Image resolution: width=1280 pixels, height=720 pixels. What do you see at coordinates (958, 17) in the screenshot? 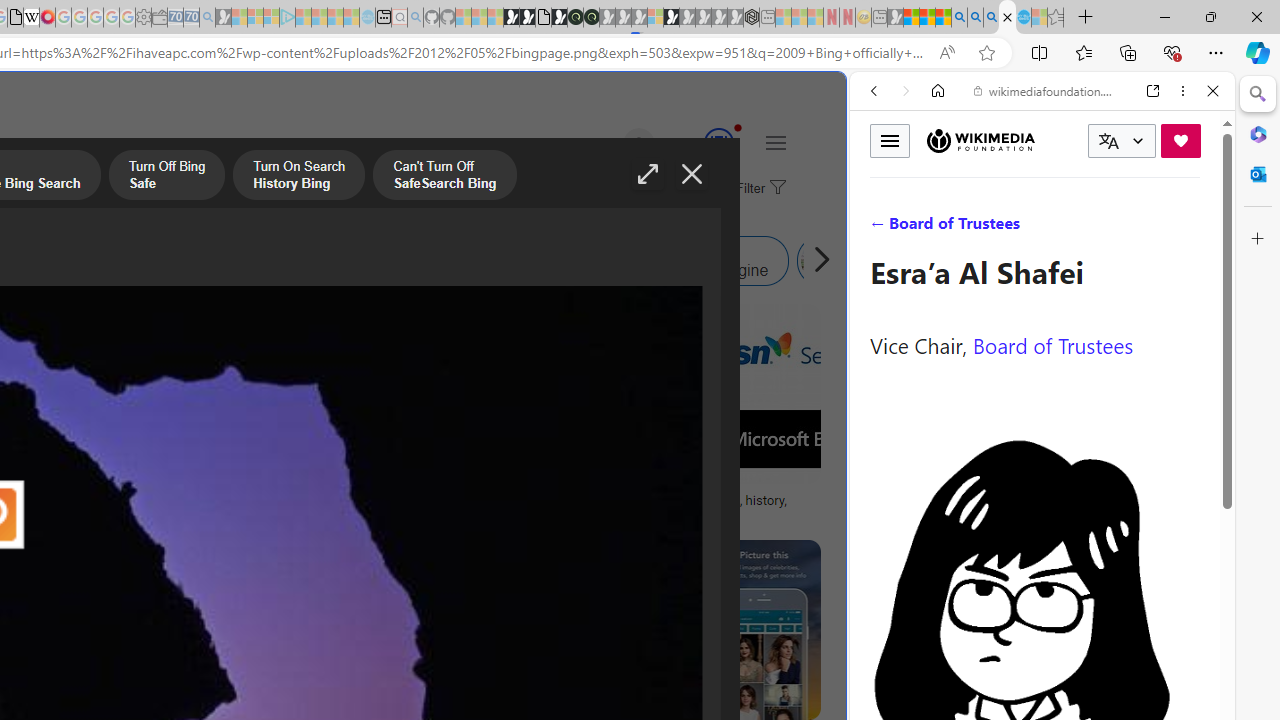
I see `'Bing AI - Search'` at bounding box center [958, 17].